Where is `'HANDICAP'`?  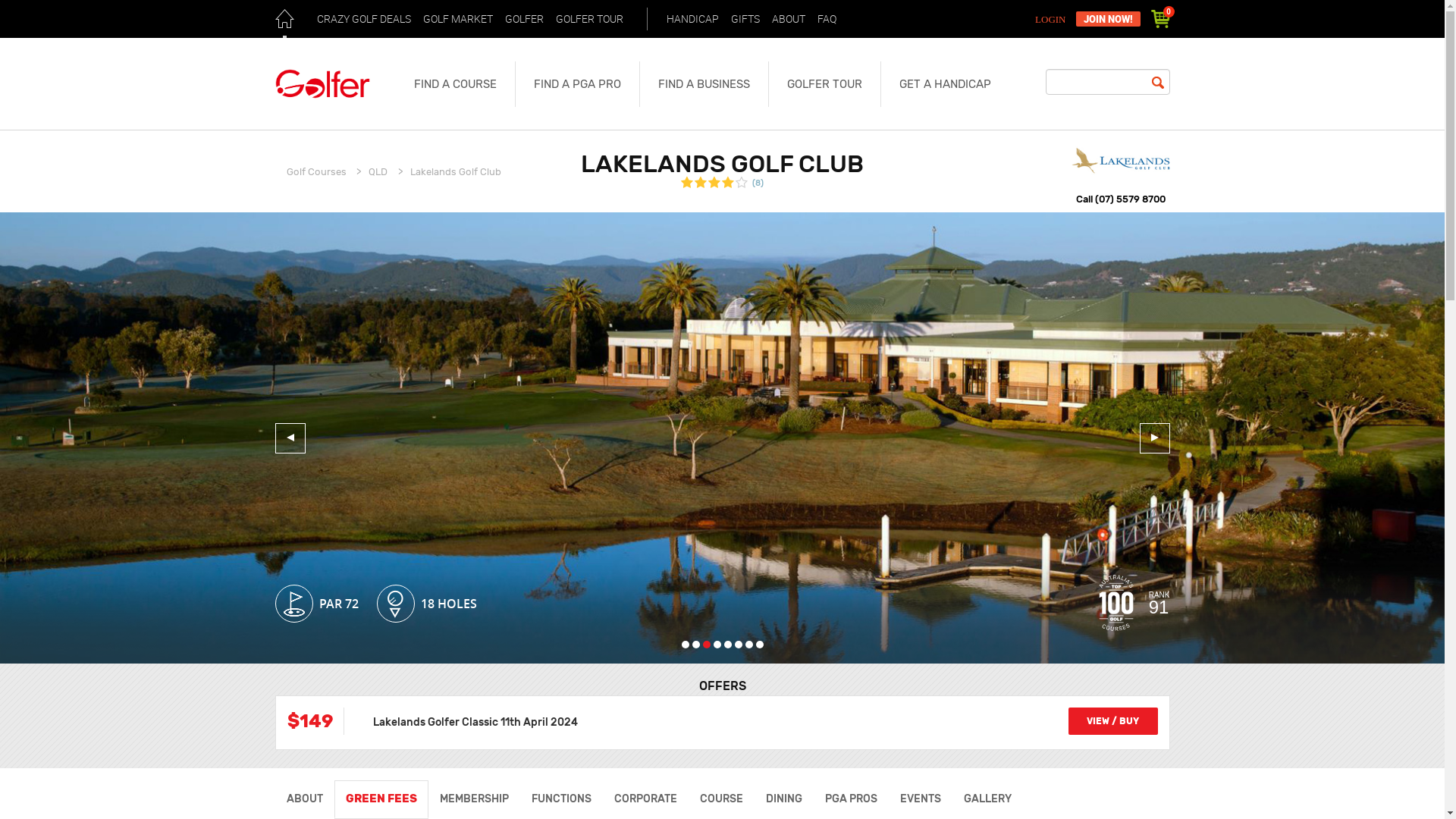
'HANDICAP' is located at coordinates (662, 18).